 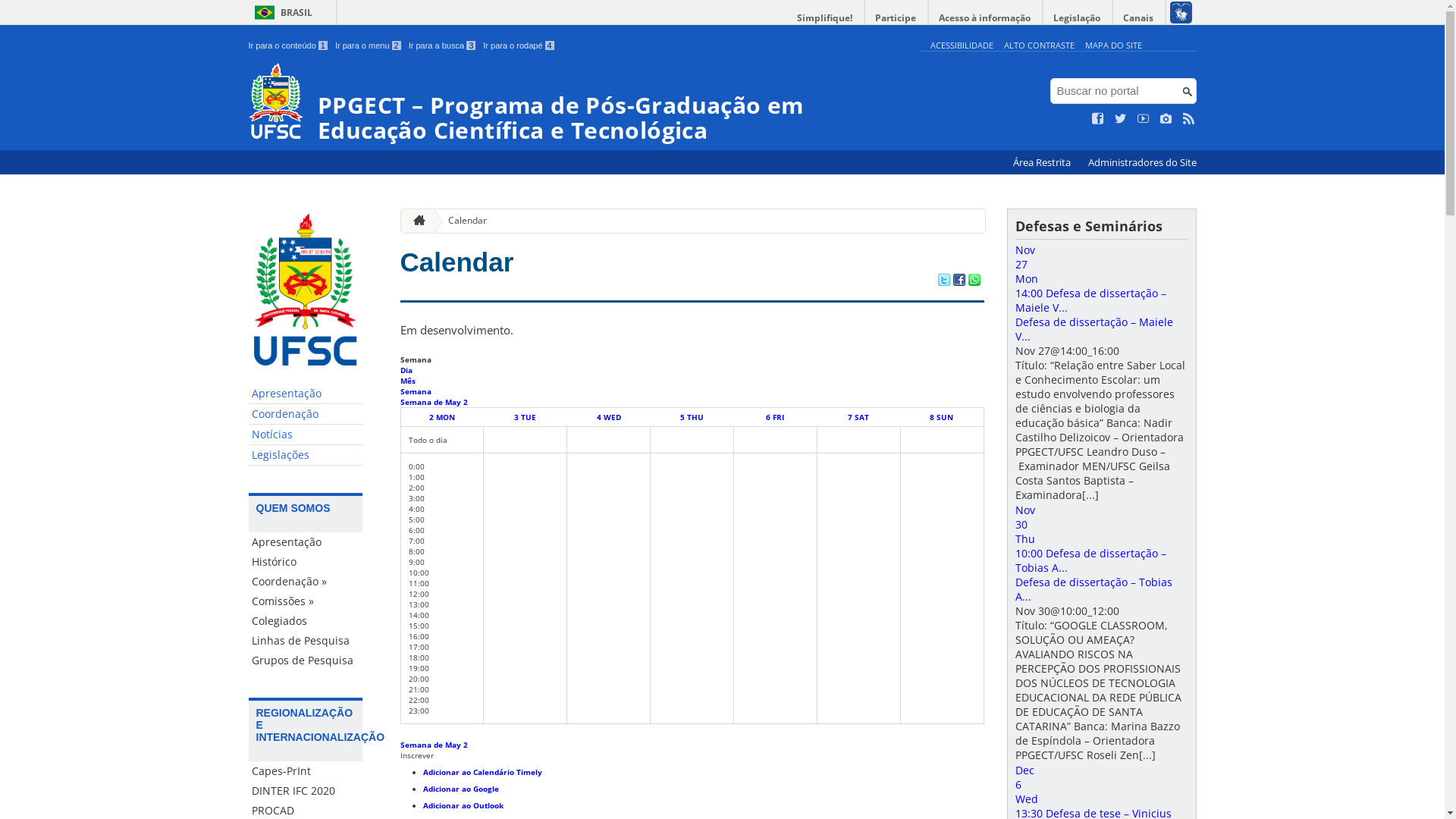 What do you see at coordinates (305, 640) in the screenshot?
I see `'Linhas de Pesquisa'` at bounding box center [305, 640].